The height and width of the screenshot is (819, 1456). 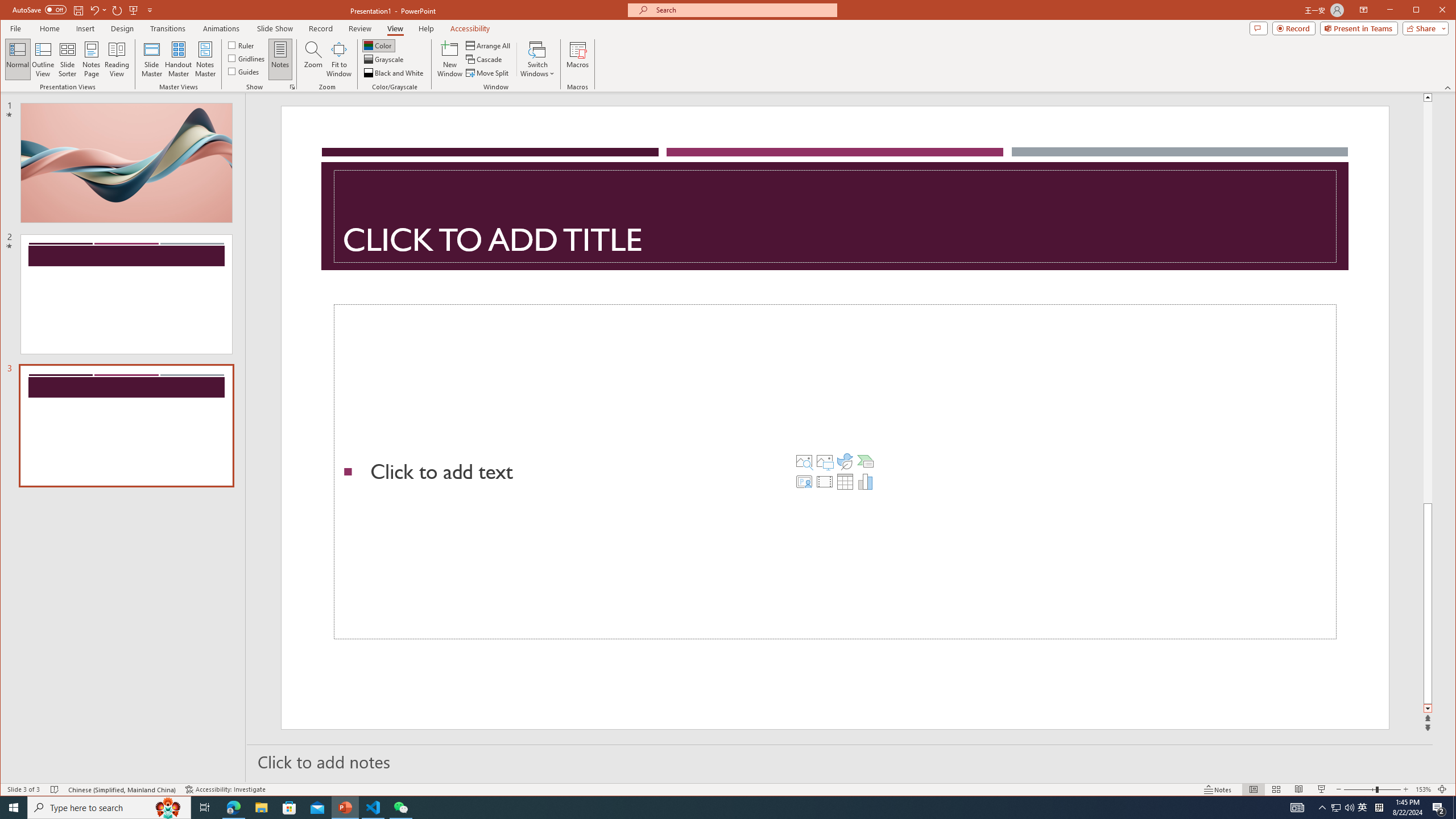 What do you see at coordinates (243, 71) in the screenshot?
I see `'Guides'` at bounding box center [243, 71].